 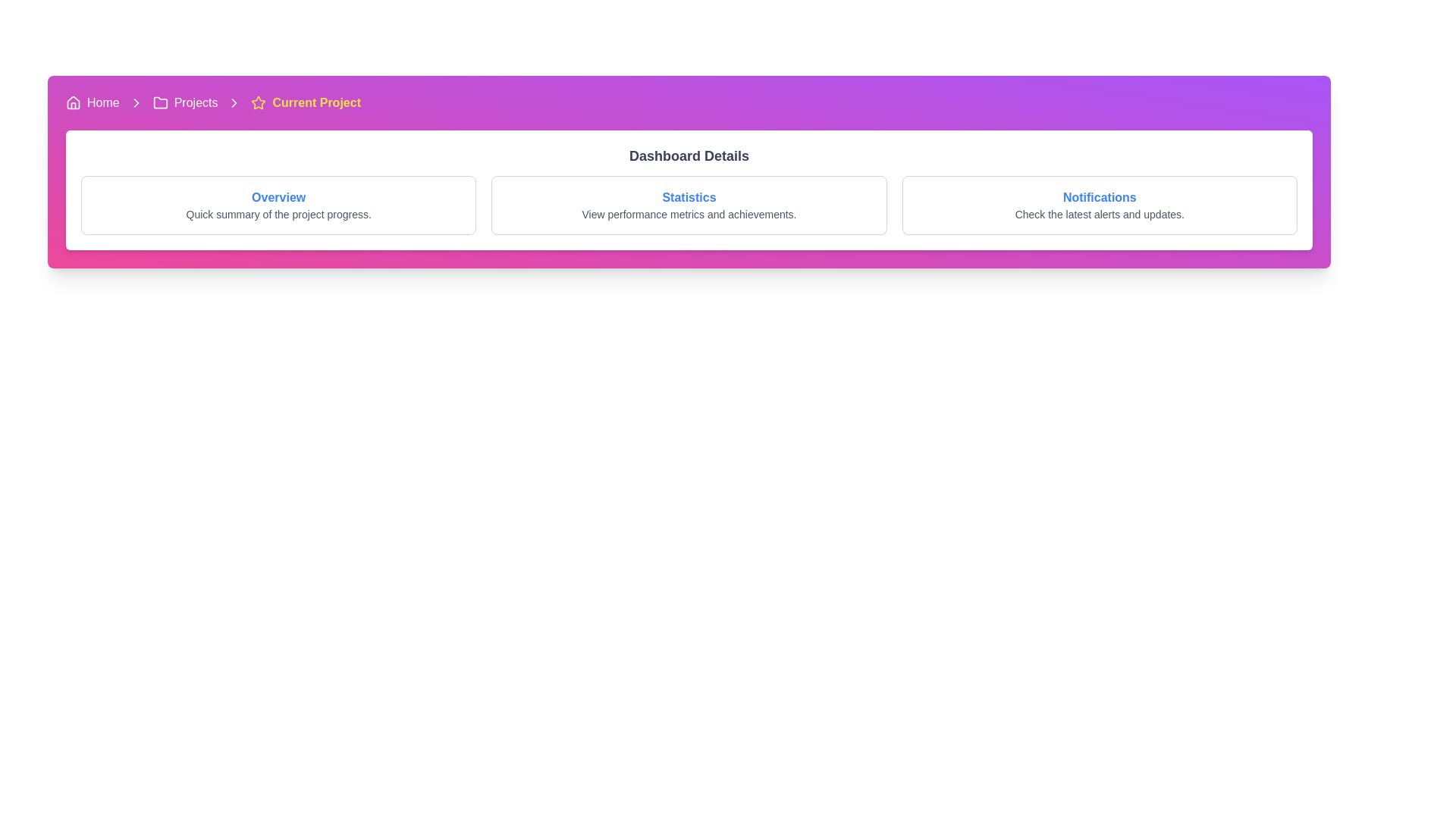 I want to click on the clickable link that serves as a navigation element, located to the right of a folder icon and preceding the 'Current Project' text in the breadcrumb navigation, so click(x=195, y=102).